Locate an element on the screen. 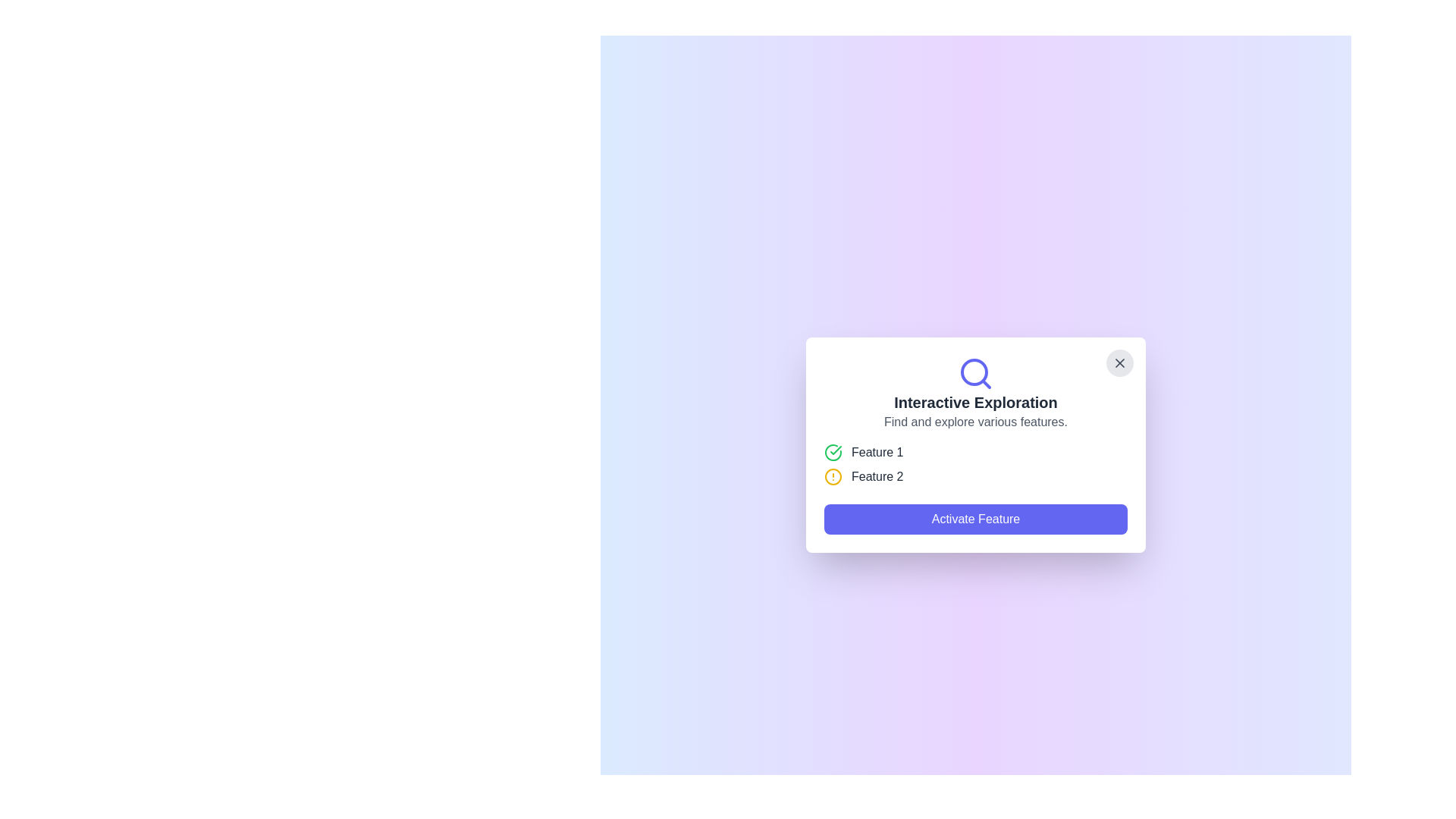 This screenshot has height=819, width=1456. the SVG circle graphic that visually indicates an alert or warning, which is centrally positioned inside a circular alert icon with a yellow border near the second item in the feature list is located at coordinates (833, 475).